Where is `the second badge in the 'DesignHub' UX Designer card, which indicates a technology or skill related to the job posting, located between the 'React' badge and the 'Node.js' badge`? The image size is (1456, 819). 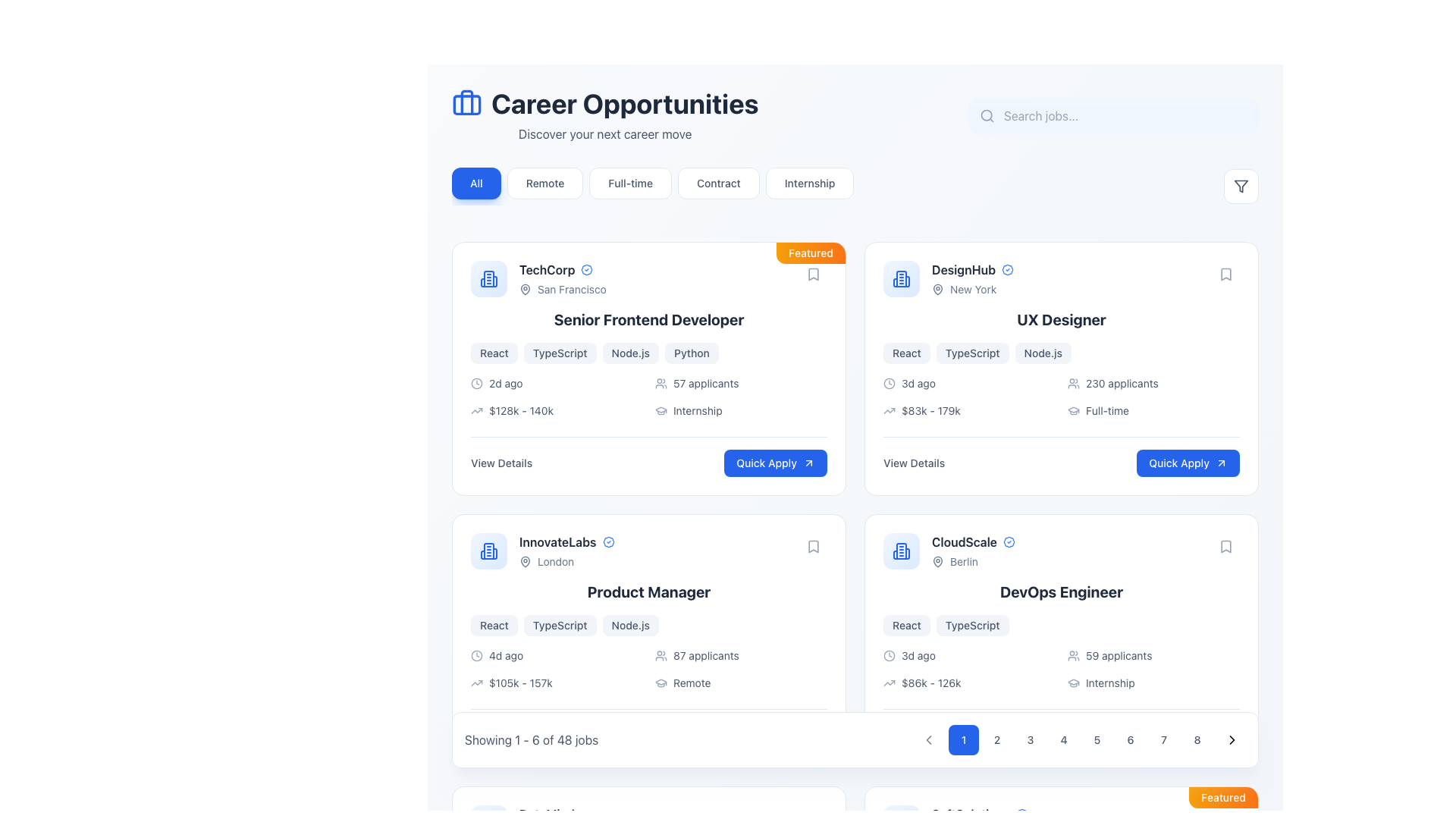
the second badge in the 'DesignHub' UX Designer card, which indicates a technology or skill related to the job posting, located between the 'React' badge and the 'Node.js' badge is located at coordinates (972, 353).